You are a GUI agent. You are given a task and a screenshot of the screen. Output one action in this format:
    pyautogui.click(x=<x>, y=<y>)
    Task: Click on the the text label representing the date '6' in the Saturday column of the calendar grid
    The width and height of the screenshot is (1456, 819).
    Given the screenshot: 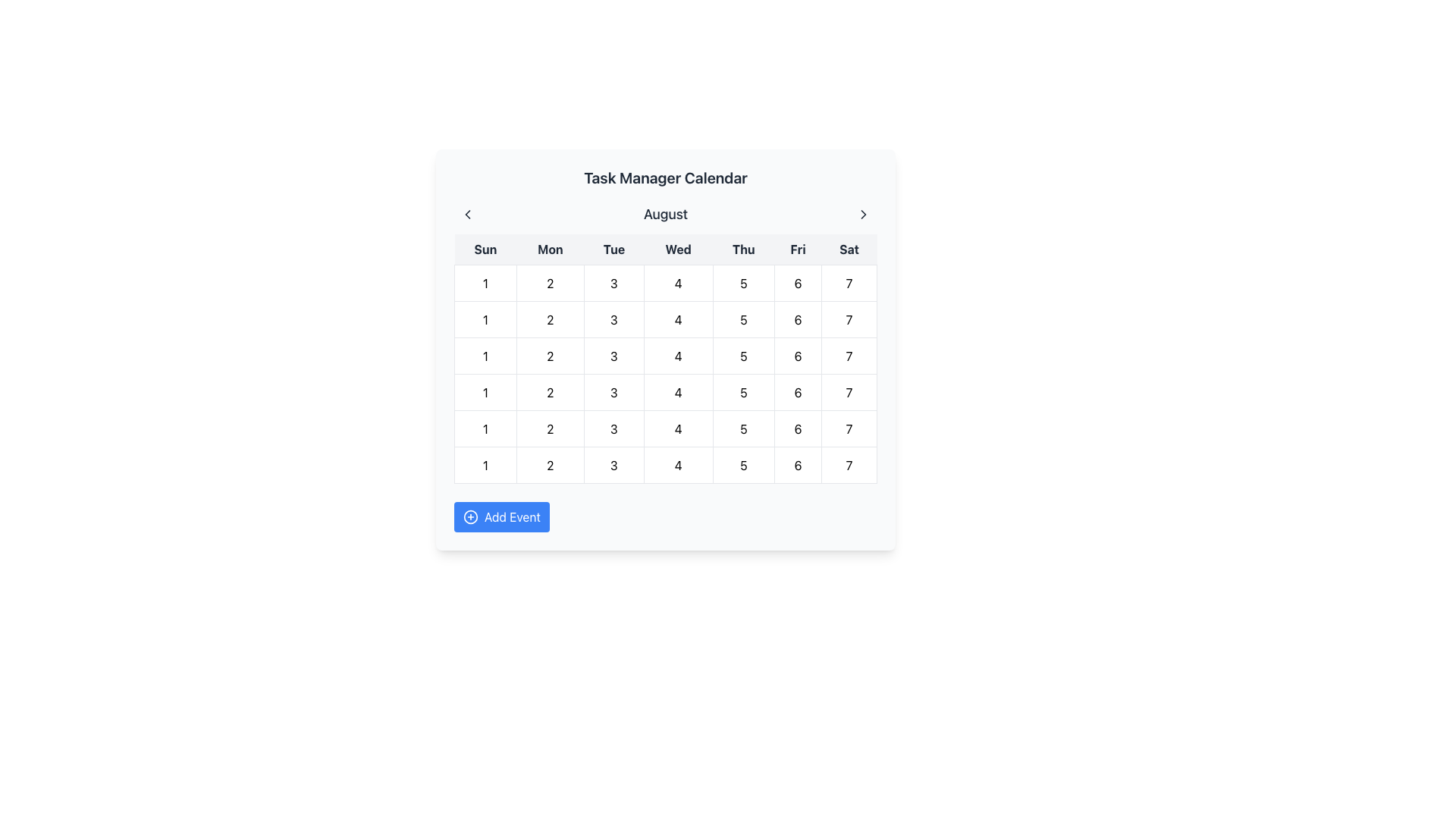 What is the action you would take?
    pyautogui.click(x=797, y=318)
    